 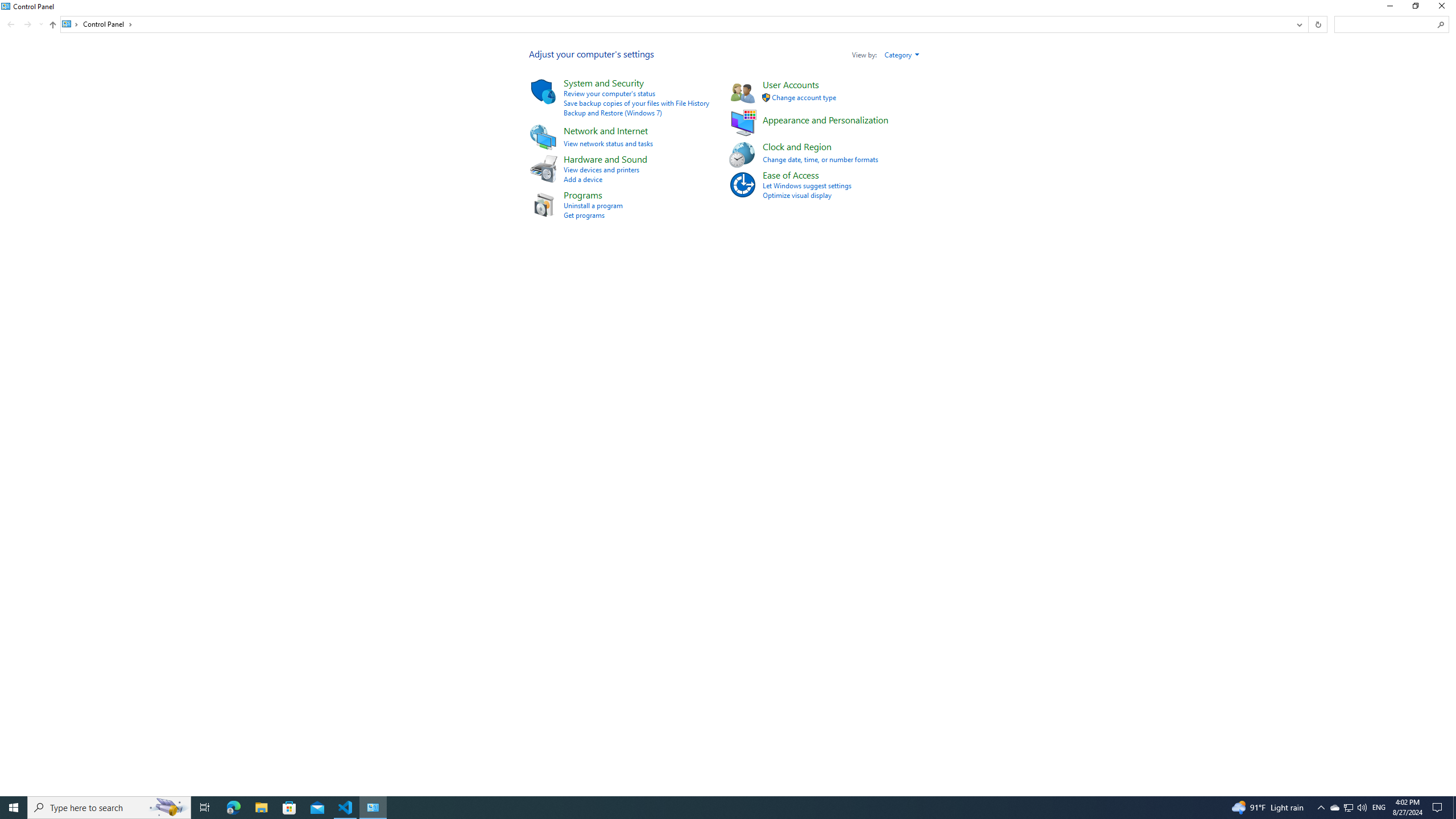 What do you see at coordinates (1317, 24) in the screenshot?
I see `'Refresh "Control Panel" (F5)'` at bounding box center [1317, 24].